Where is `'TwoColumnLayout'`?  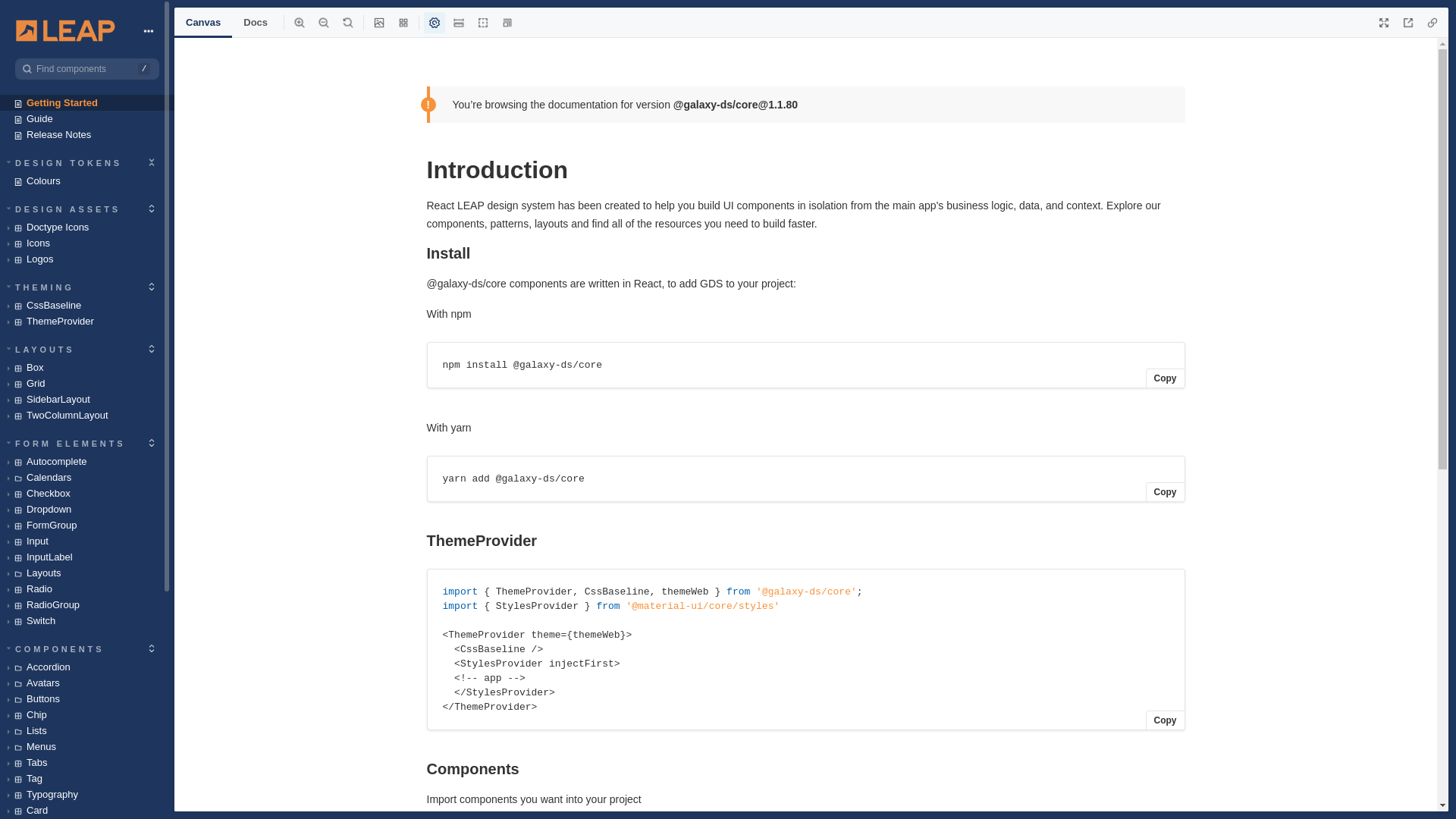
'TwoColumnLayout' is located at coordinates (86, 415).